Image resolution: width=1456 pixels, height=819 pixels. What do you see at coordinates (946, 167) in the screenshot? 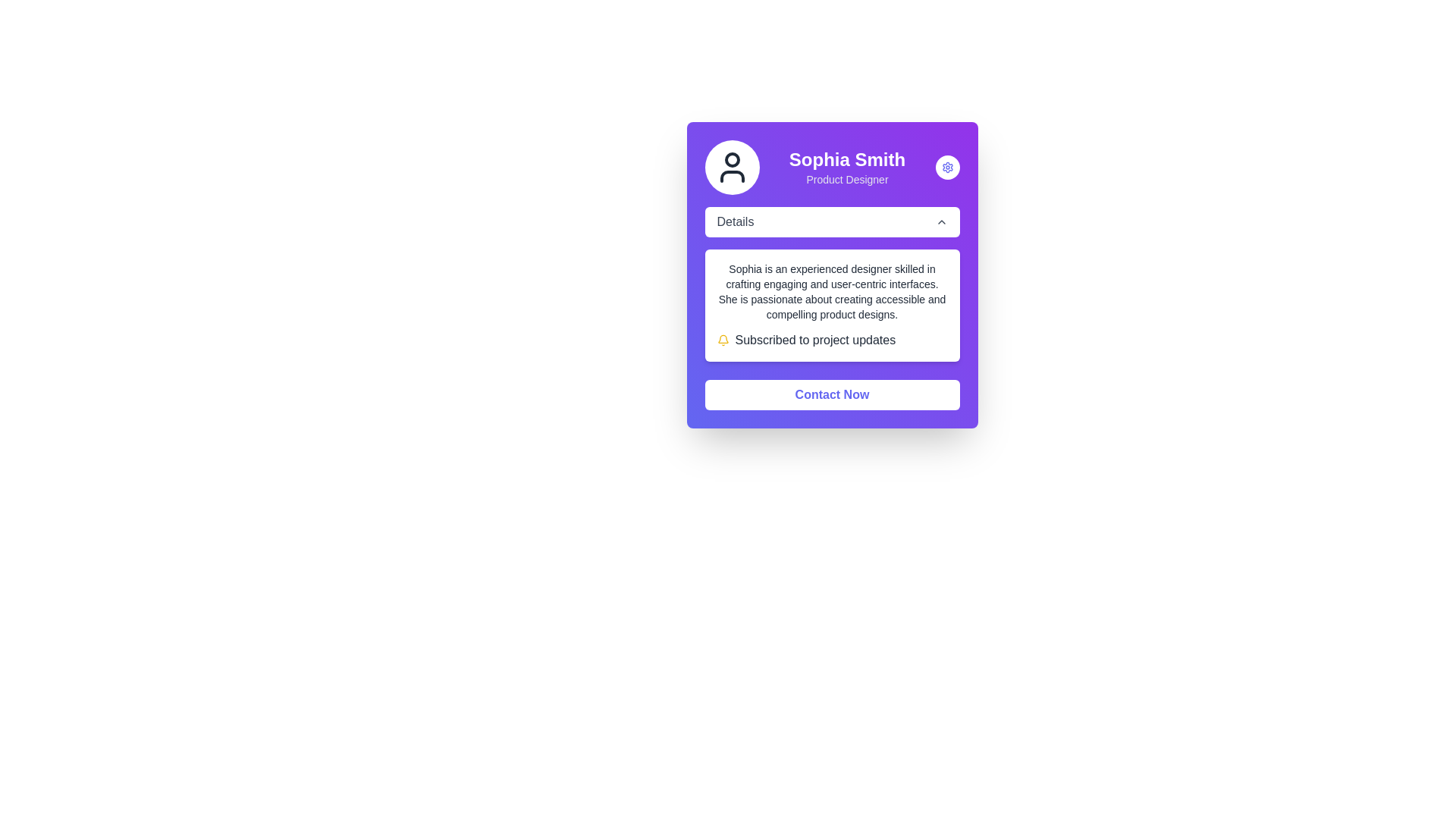
I see `the cogwheel-shaped Settings icon located at the top-right corner of the card interface` at bounding box center [946, 167].